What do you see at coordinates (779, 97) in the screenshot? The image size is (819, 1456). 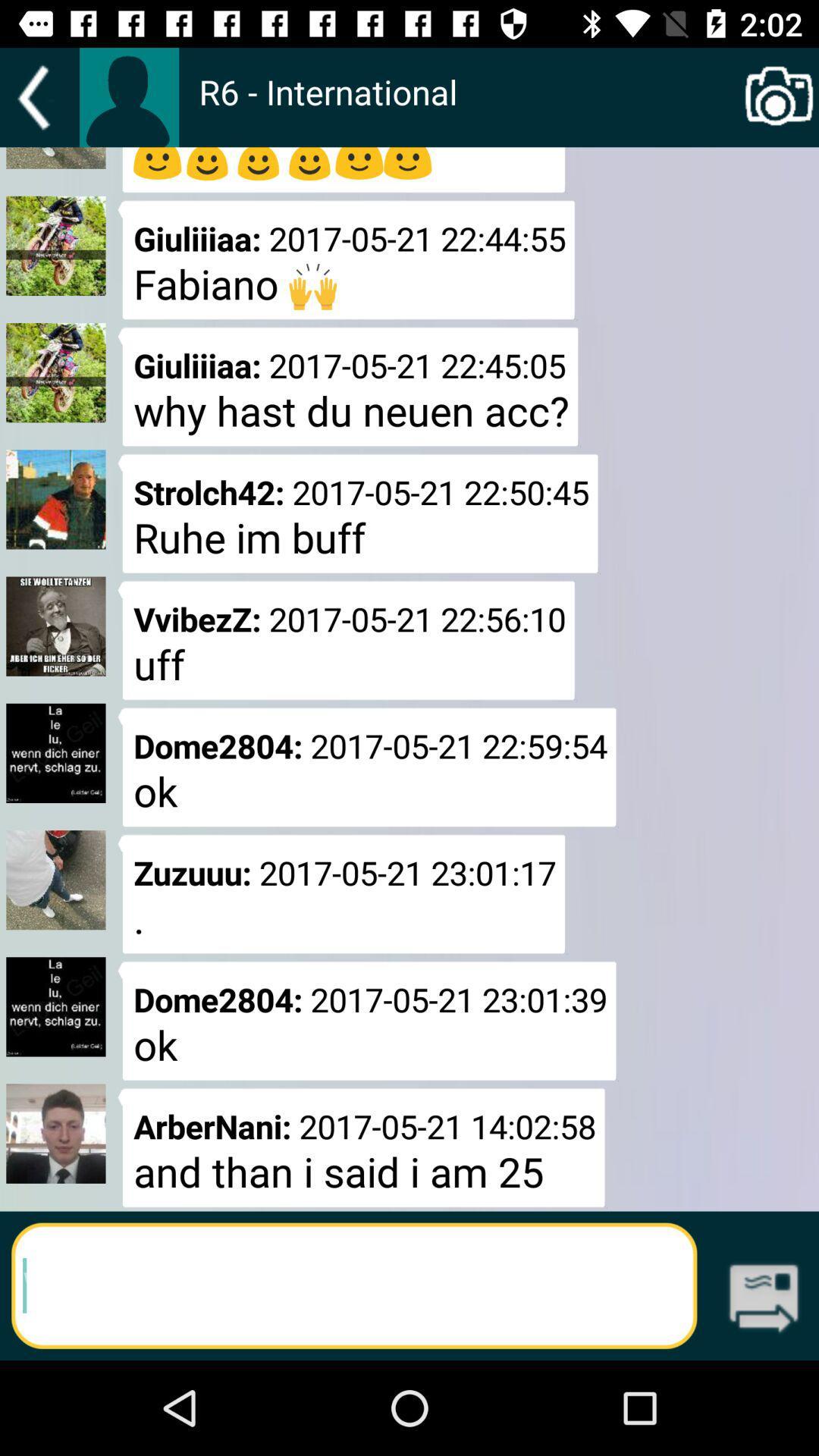 I see `take a picture` at bounding box center [779, 97].